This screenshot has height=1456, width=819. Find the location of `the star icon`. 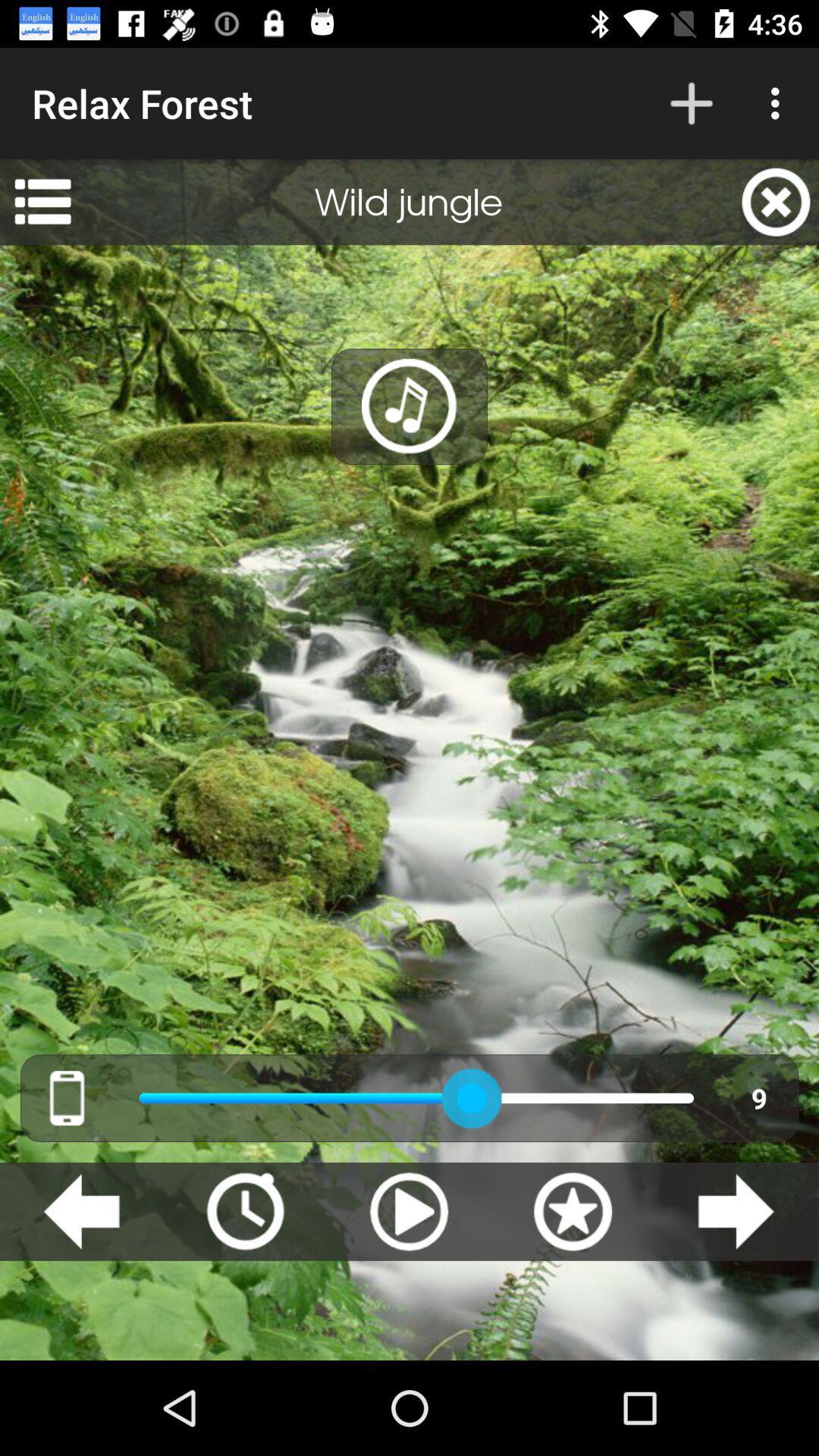

the star icon is located at coordinates (573, 1210).